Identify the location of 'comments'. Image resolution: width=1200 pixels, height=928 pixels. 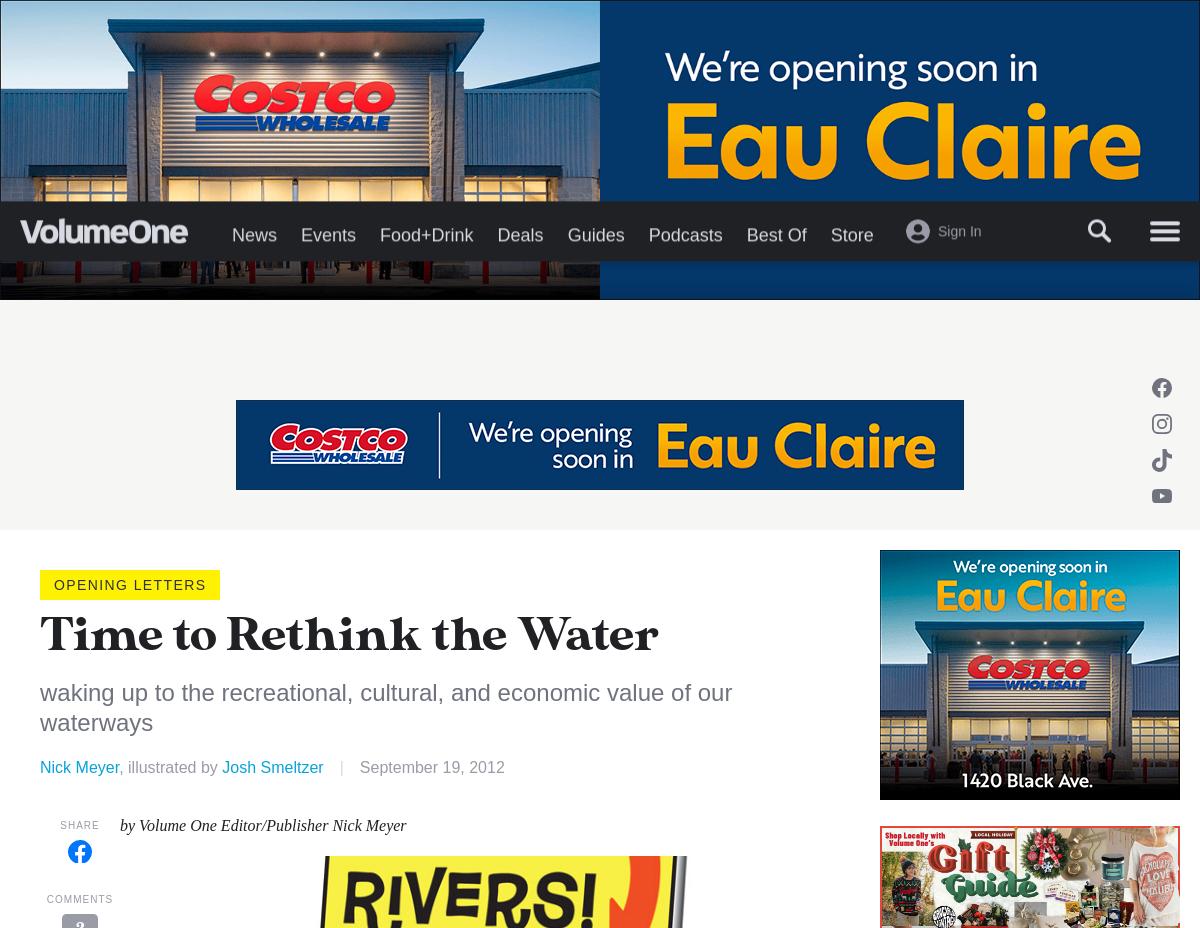
(79, 898).